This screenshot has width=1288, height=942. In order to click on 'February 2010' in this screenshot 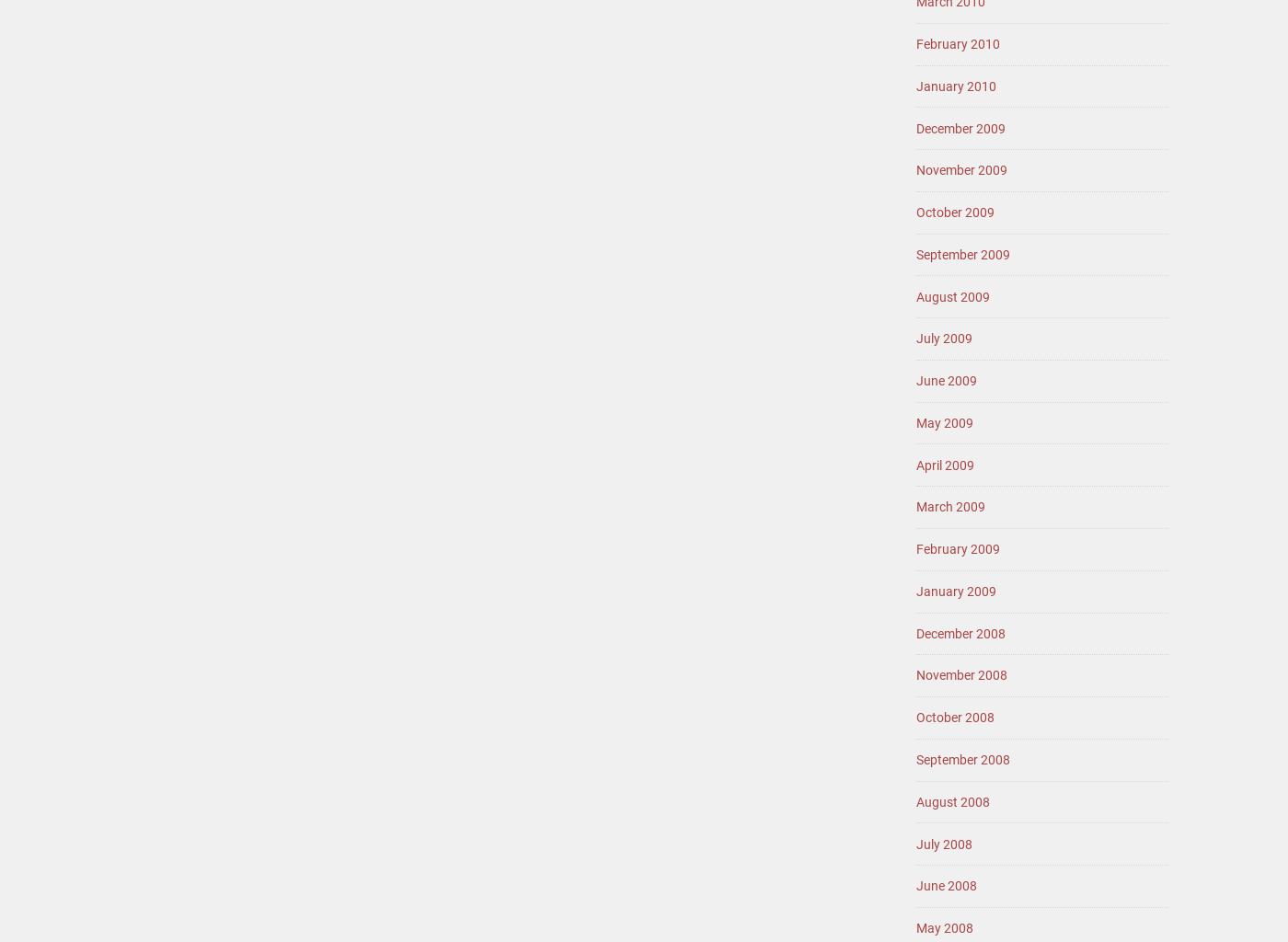, I will do `click(958, 42)`.